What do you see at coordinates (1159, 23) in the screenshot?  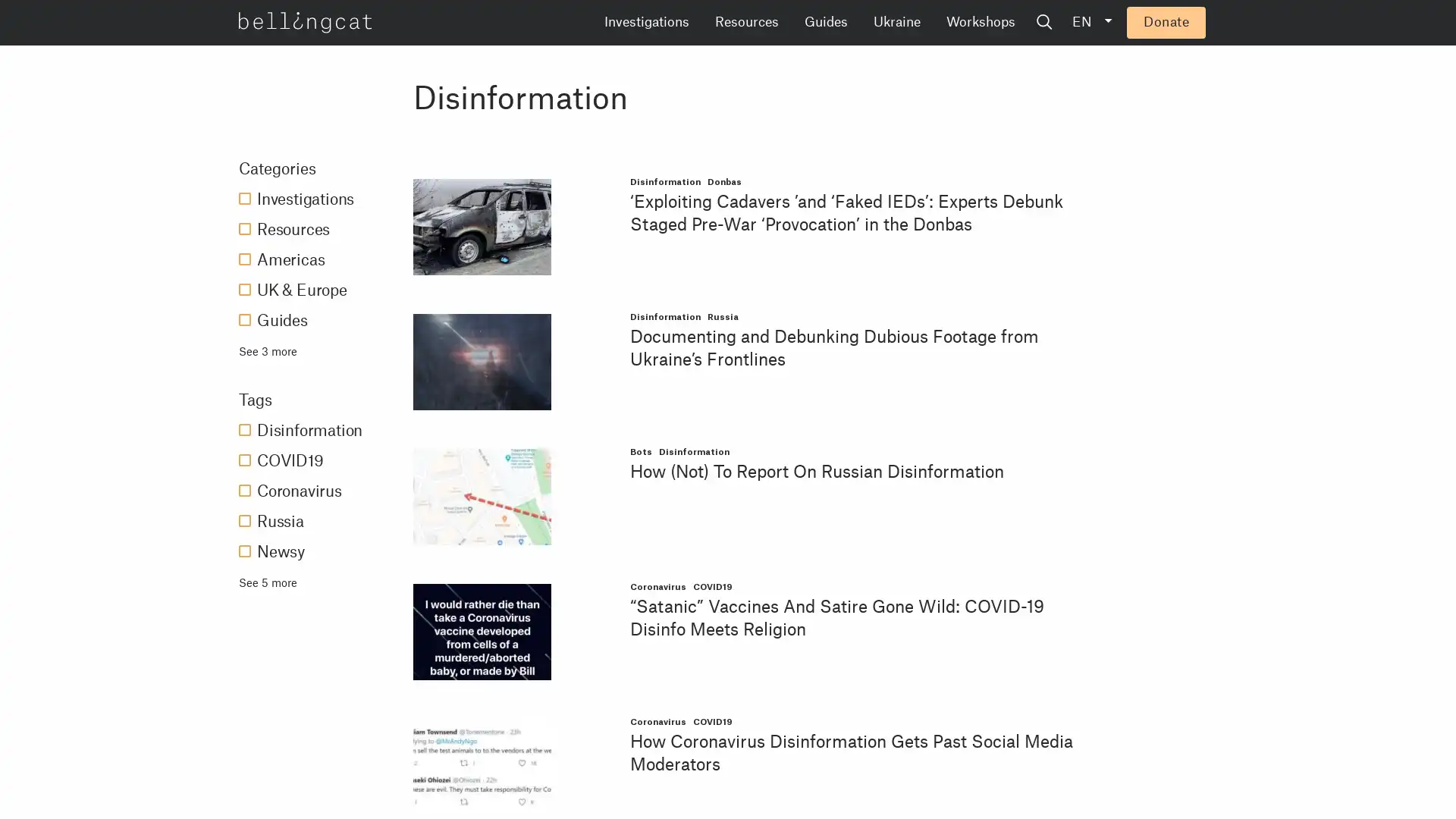 I see `Search` at bounding box center [1159, 23].